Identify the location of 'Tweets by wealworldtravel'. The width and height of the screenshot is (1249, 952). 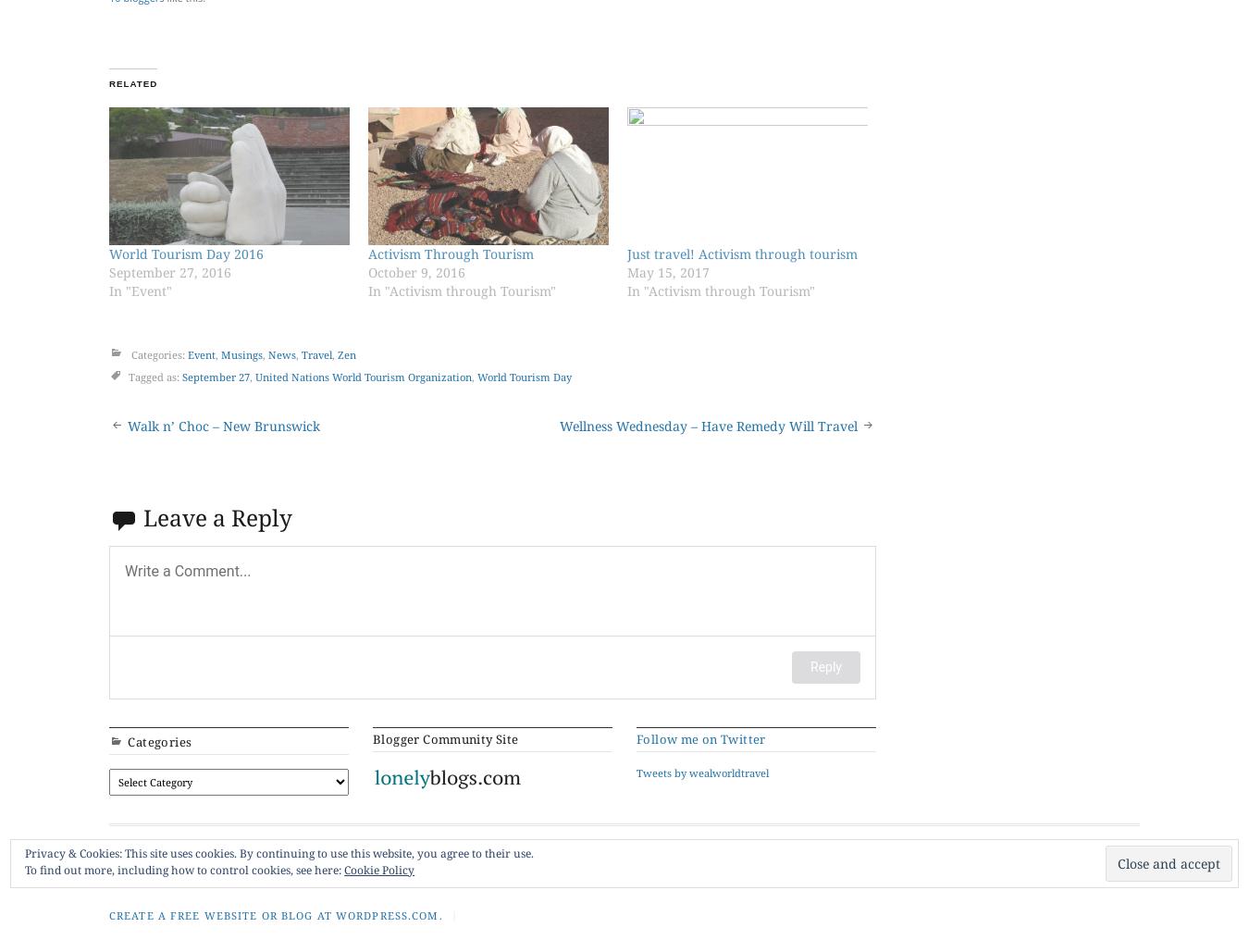
(701, 771).